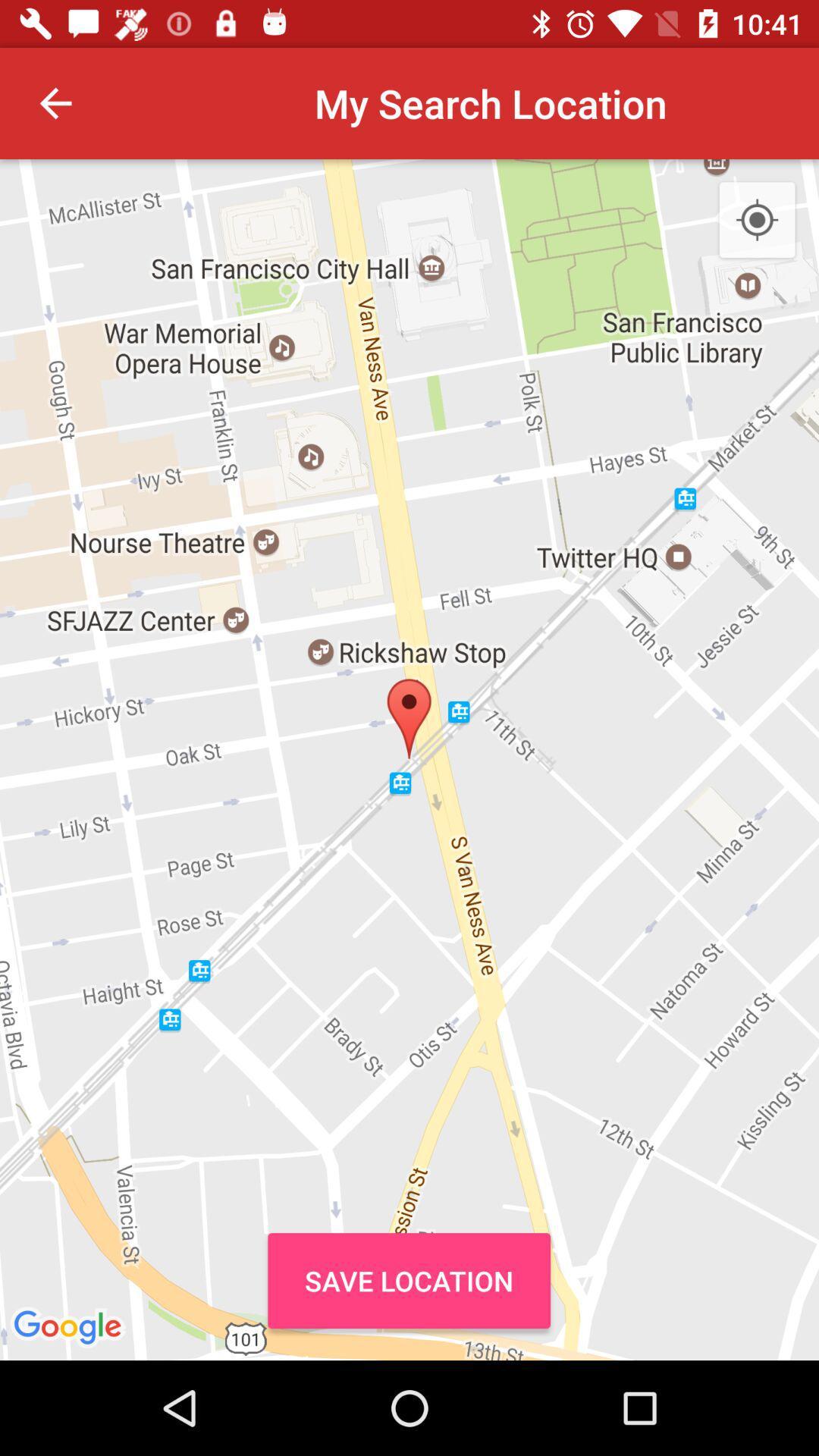  What do you see at coordinates (757, 220) in the screenshot?
I see `the location_crosshair icon` at bounding box center [757, 220].